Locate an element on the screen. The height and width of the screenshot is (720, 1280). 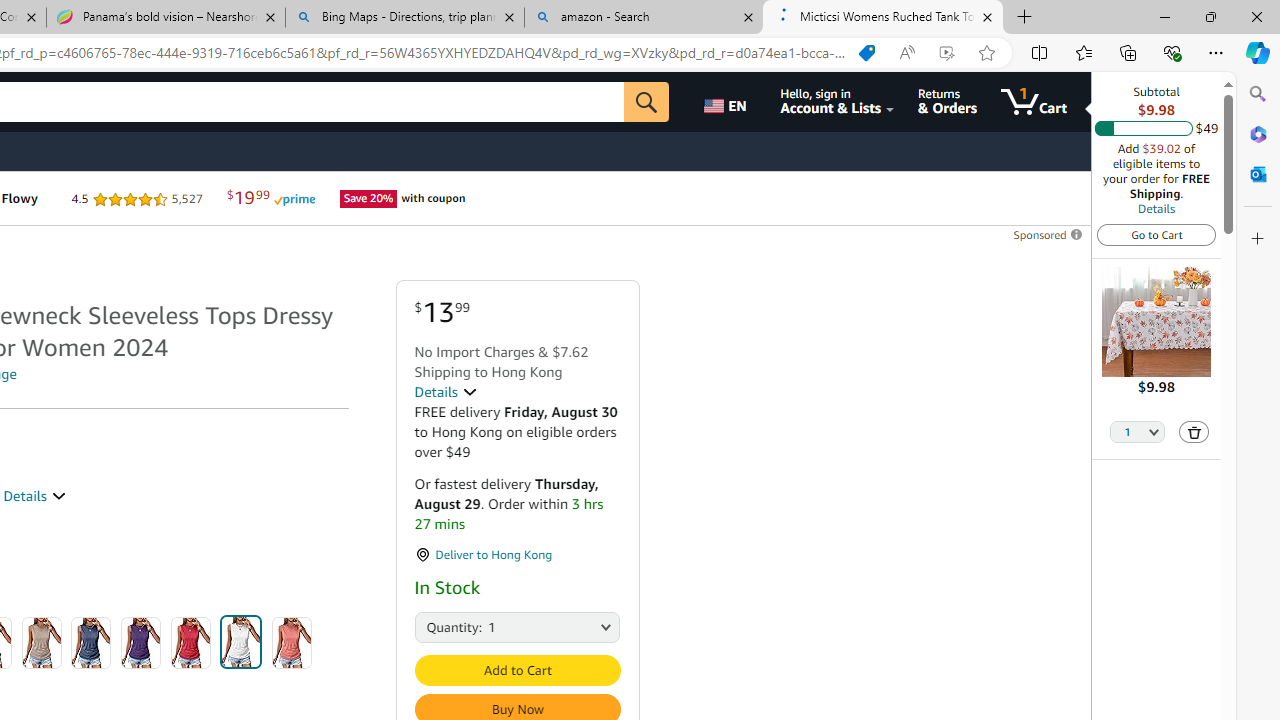
'Purple' is located at coordinates (140, 642).